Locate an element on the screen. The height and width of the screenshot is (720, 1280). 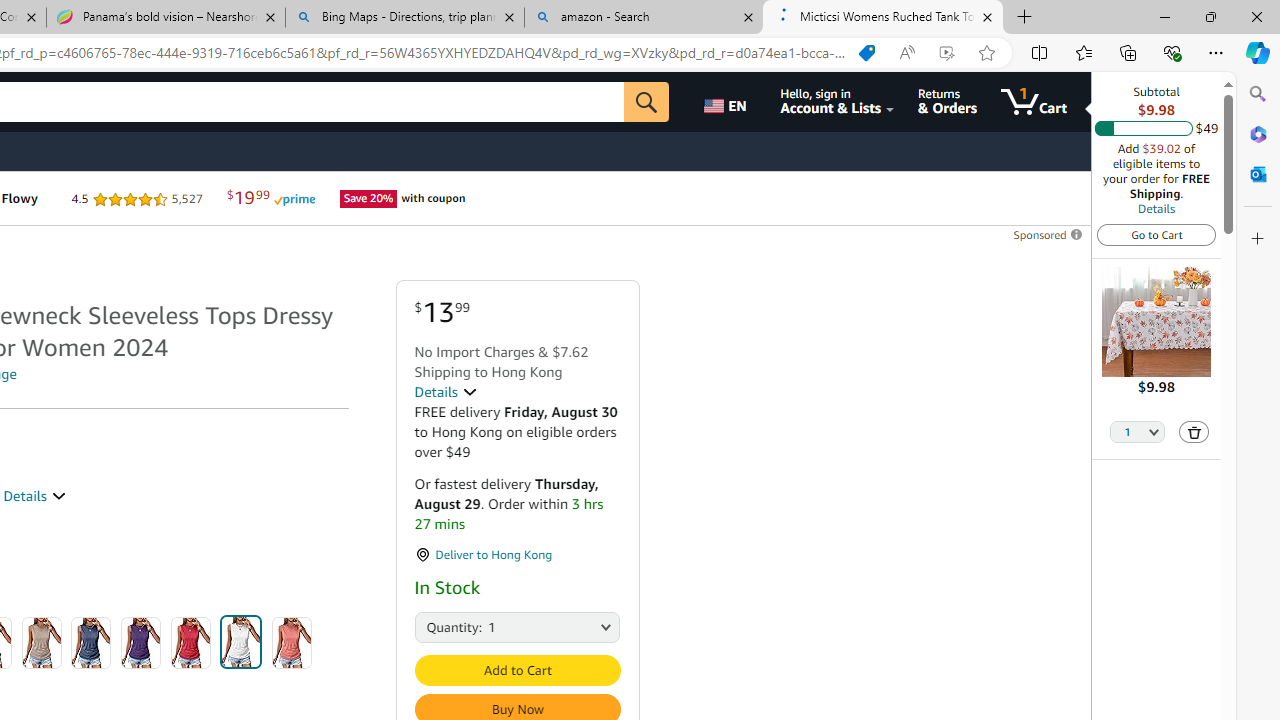
'Purple' is located at coordinates (140, 642).